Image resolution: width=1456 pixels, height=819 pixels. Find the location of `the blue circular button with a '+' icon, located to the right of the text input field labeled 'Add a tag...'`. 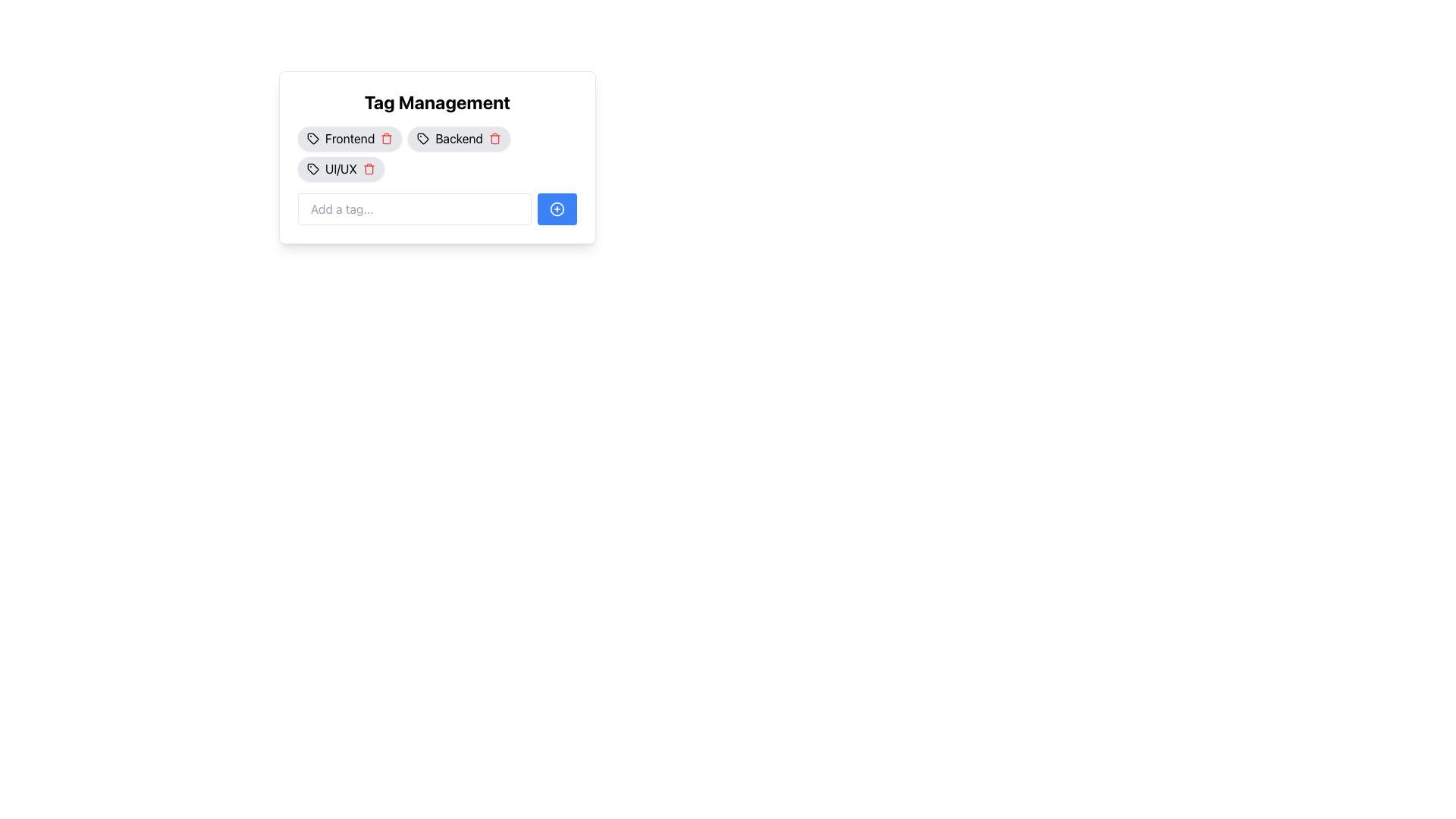

the blue circular button with a '+' icon, located to the right of the text input field labeled 'Add a tag...' is located at coordinates (556, 209).